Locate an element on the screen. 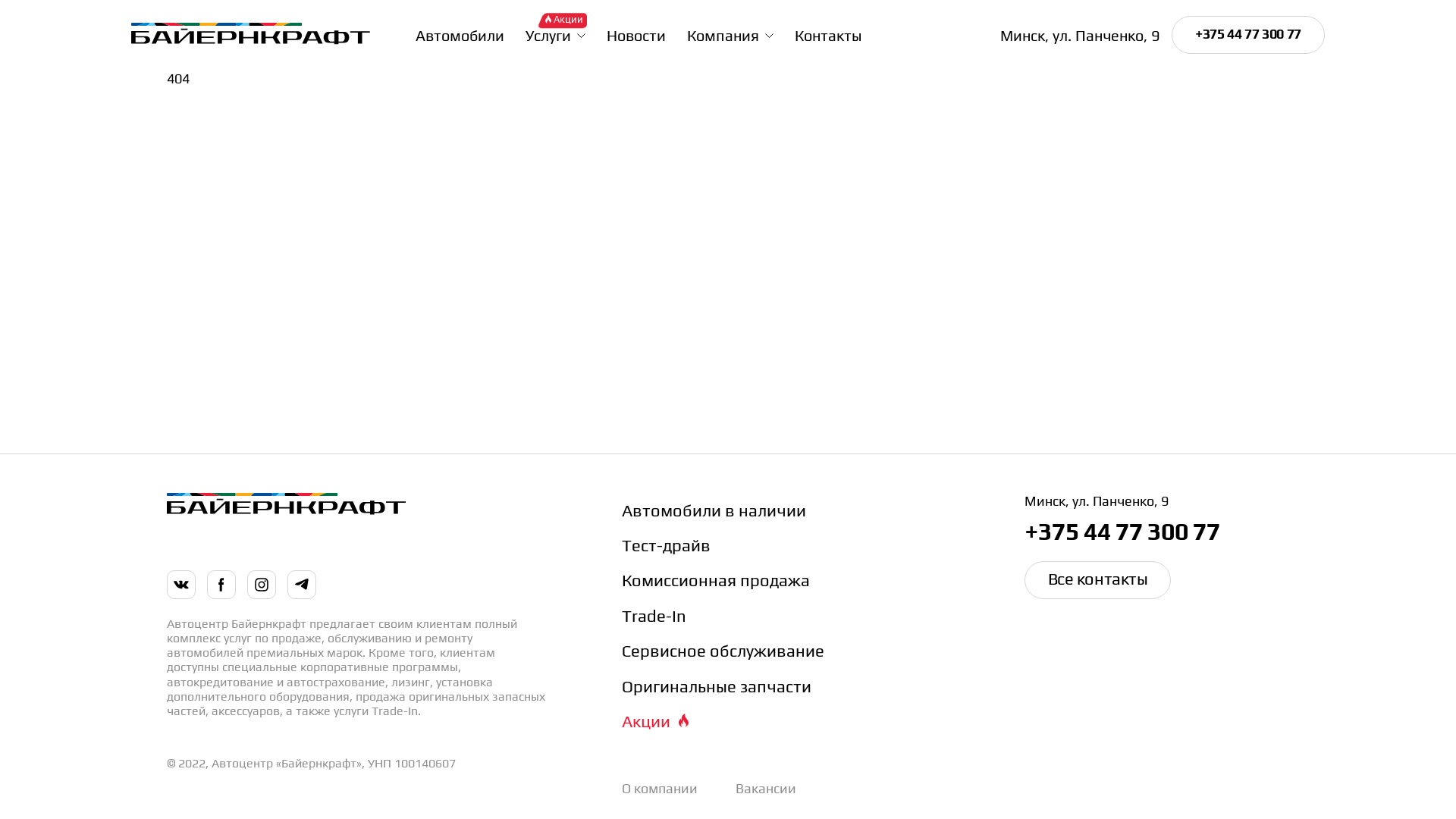  '+375 44 77 300 77' is located at coordinates (1248, 34).